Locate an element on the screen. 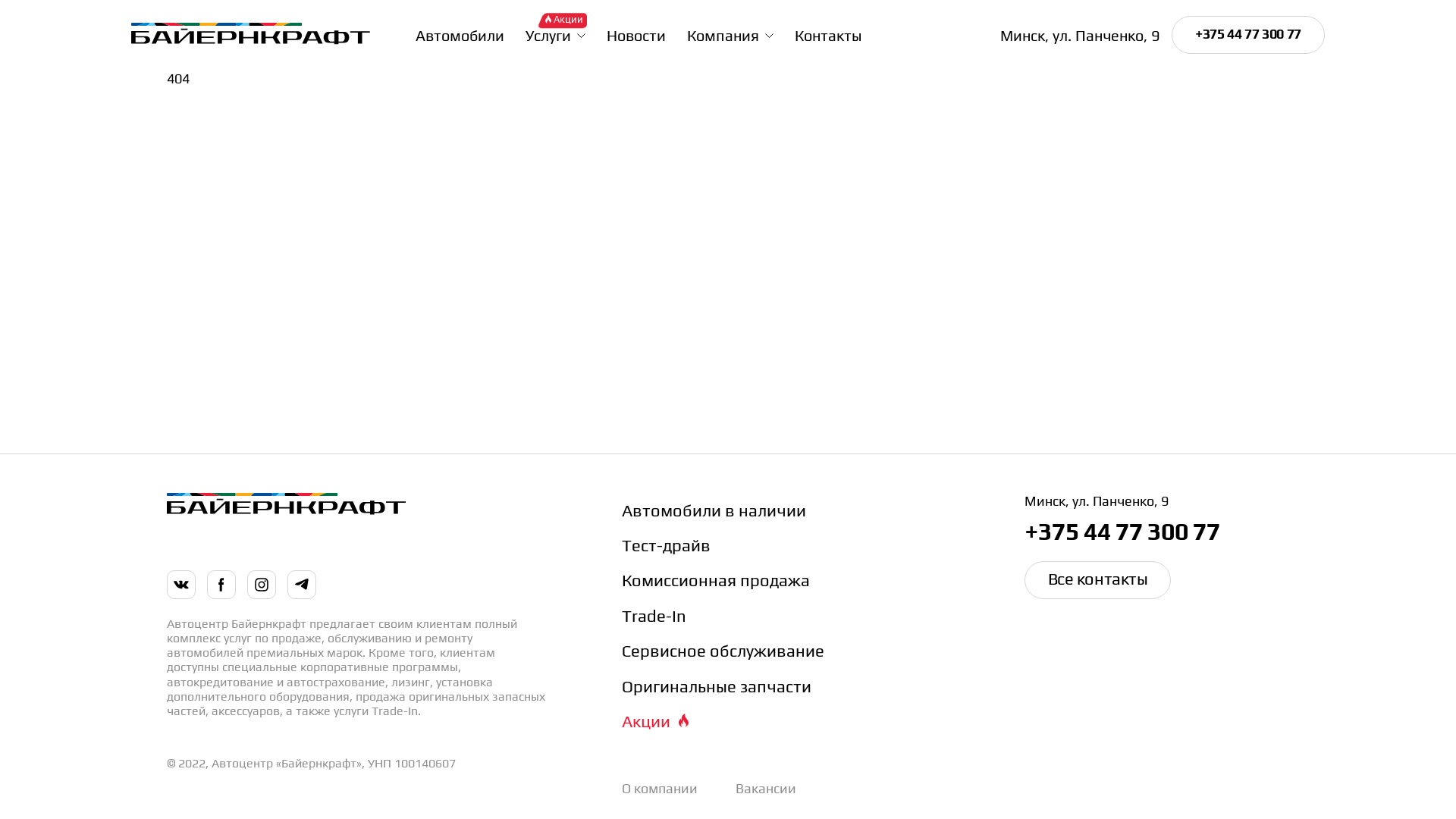  '+375 44 77 300 77' is located at coordinates (1248, 34).